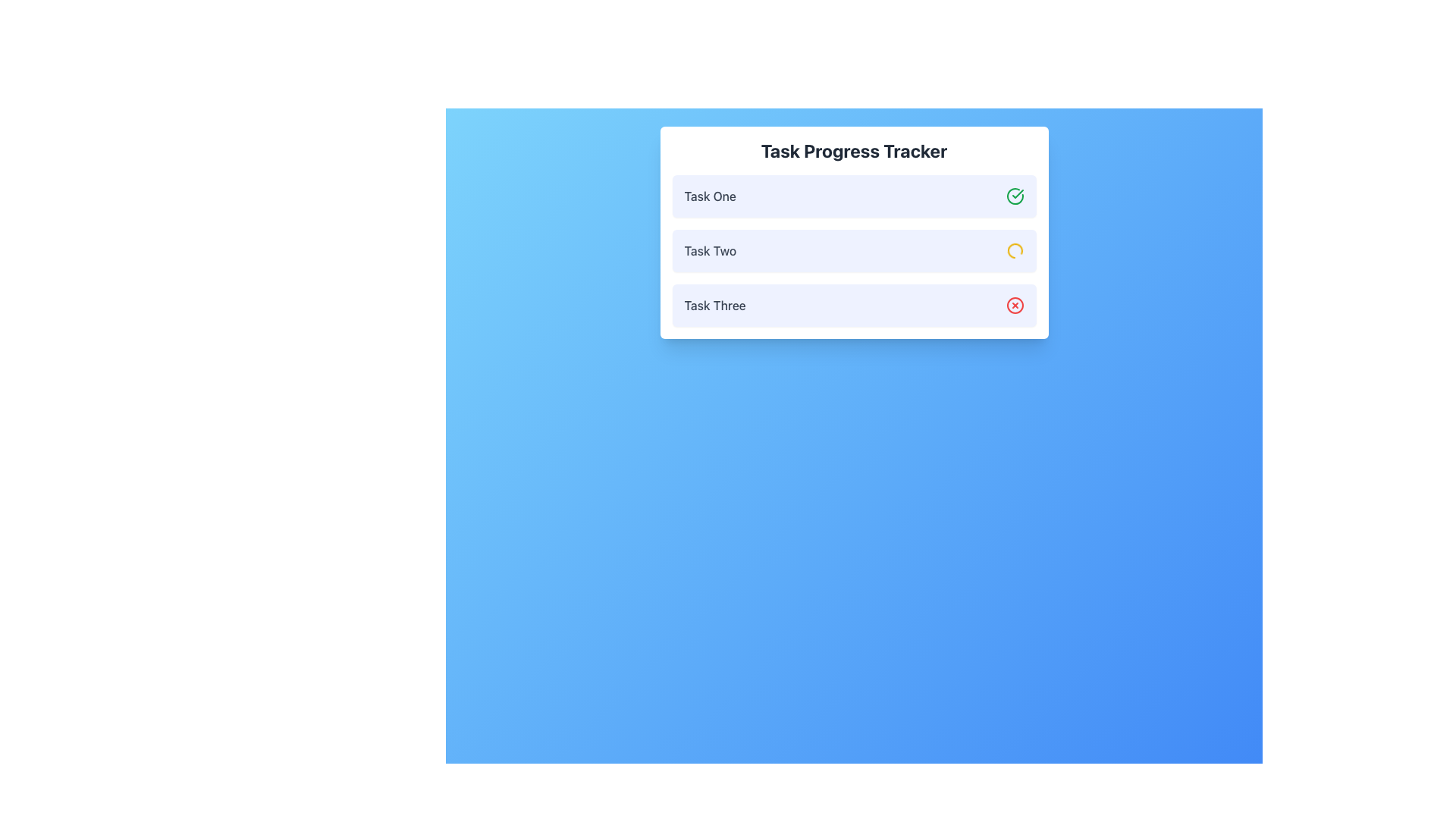 The height and width of the screenshot is (819, 1456). Describe the element at coordinates (1015, 250) in the screenshot. I see `the Loader icon located on the right side of the 'Task Two' card layout, which indicates a task in progress` at that location.